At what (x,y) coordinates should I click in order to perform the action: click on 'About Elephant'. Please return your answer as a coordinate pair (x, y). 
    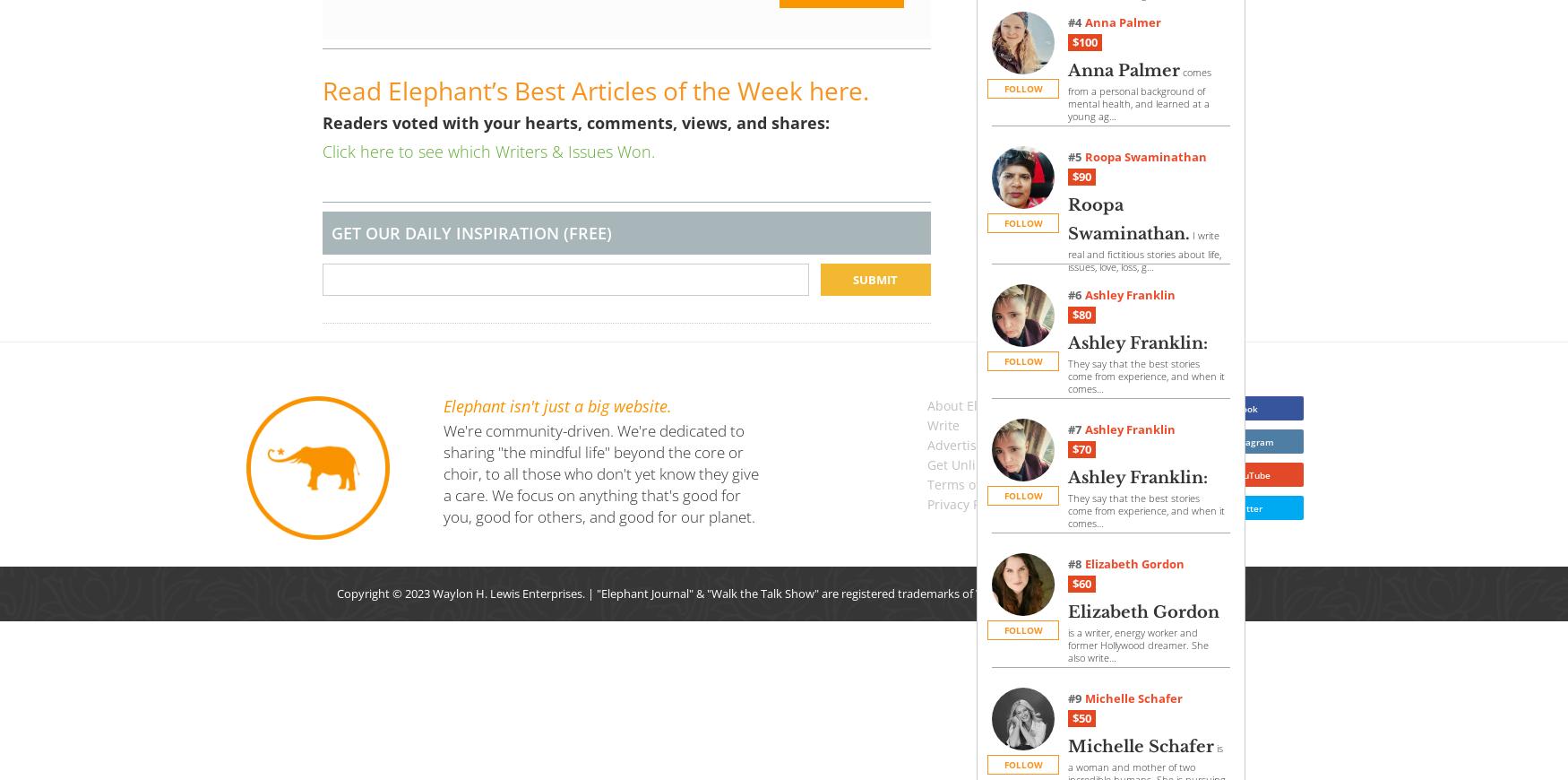
    Looking at the image, I should click on (973, 404).